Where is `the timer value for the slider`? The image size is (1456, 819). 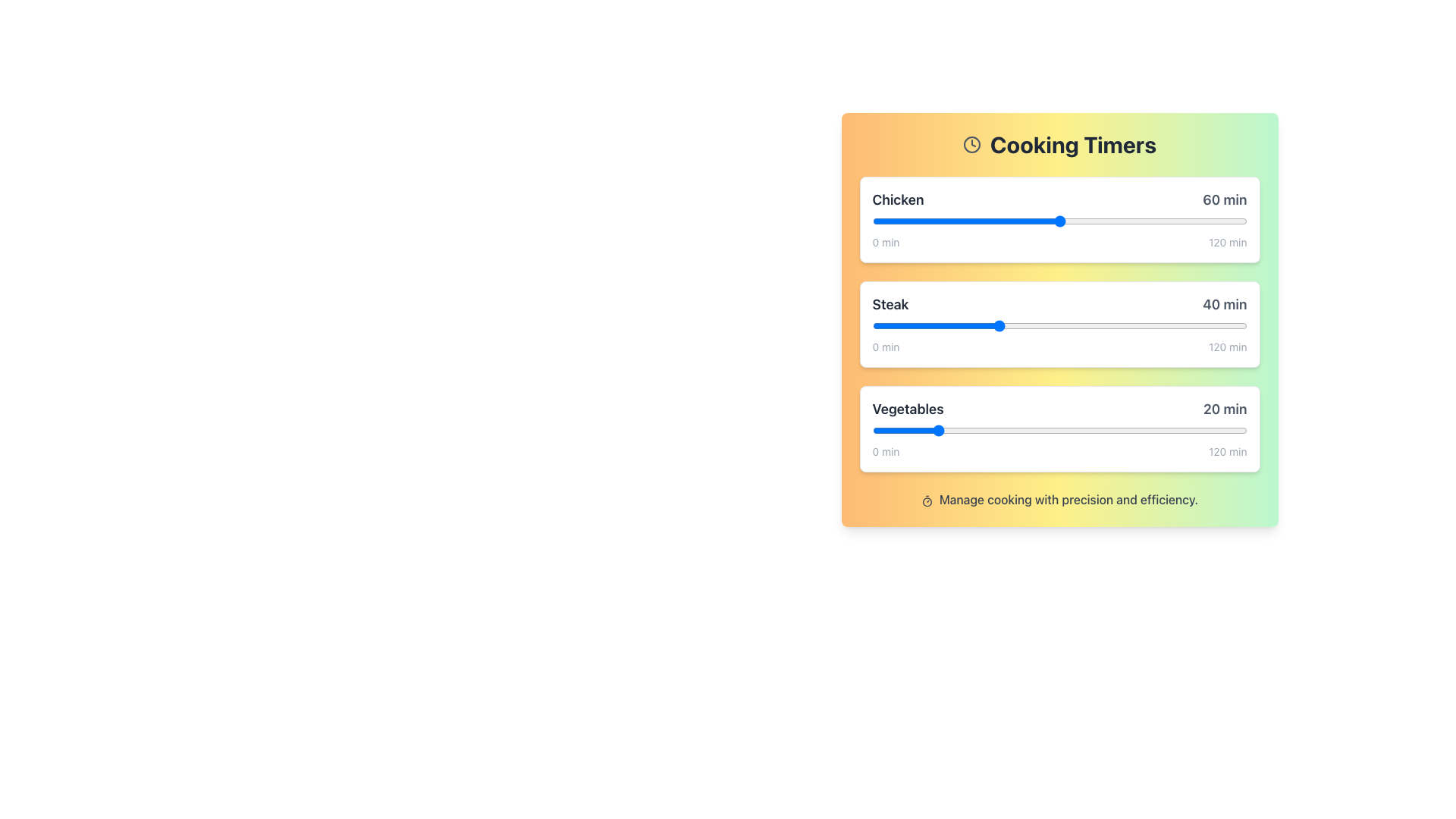 the timer value for the slider is located at coordinates (949, 325).